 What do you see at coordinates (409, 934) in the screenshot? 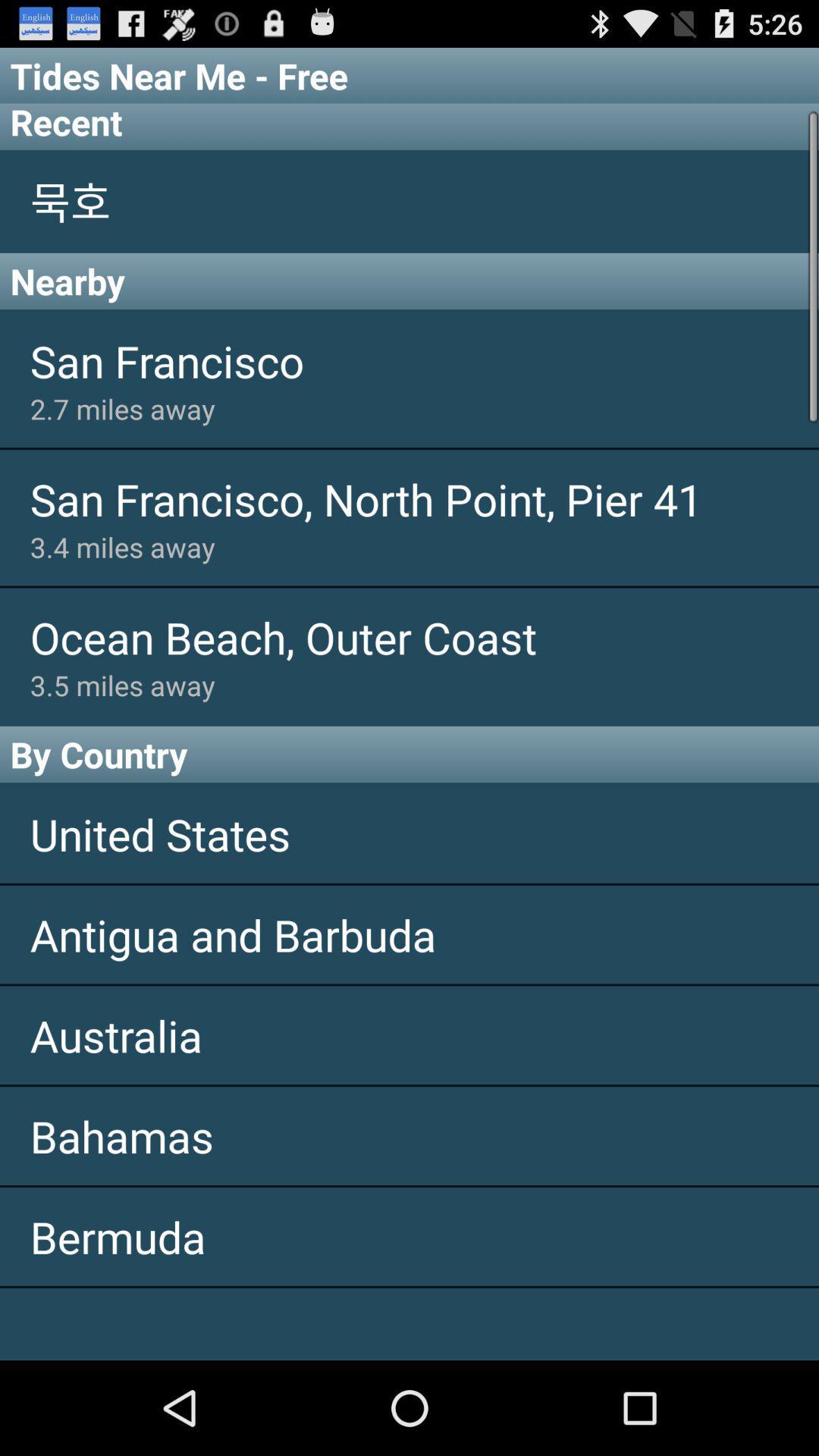
I see `the item above australia item` at bounding box center [409, 934].